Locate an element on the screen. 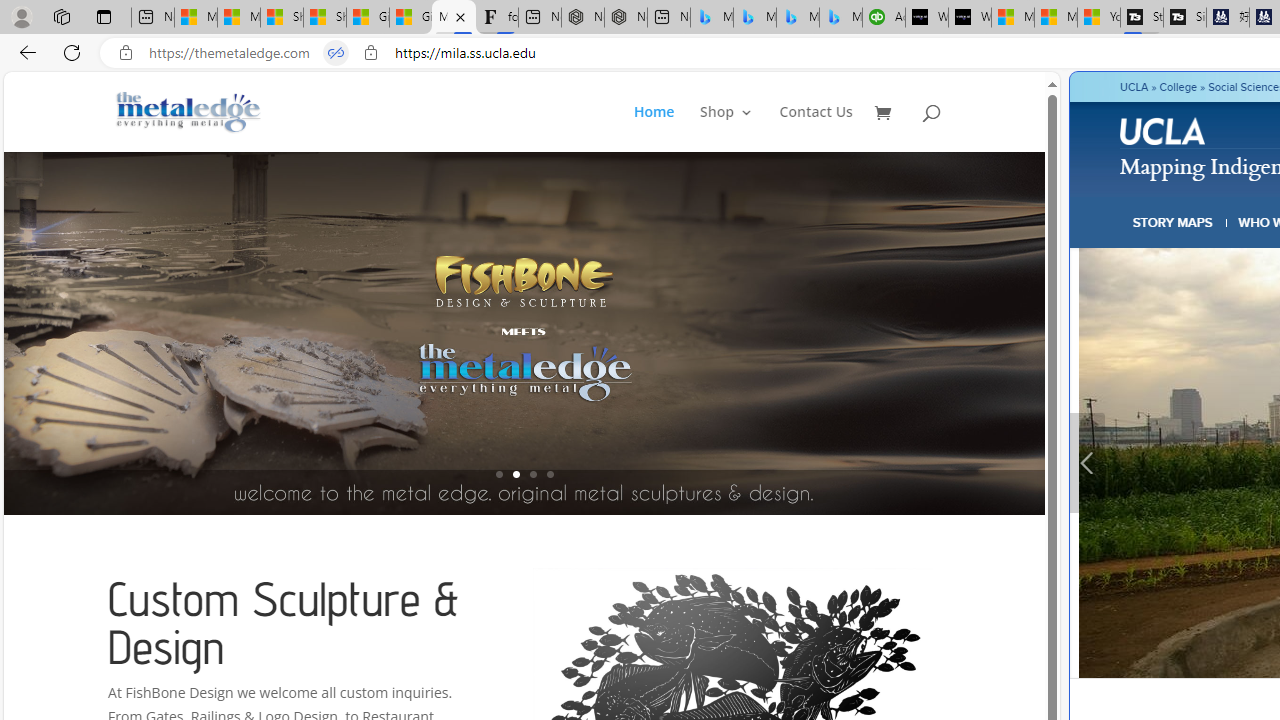 The image size is (1280, 720). 'Microsoft Bing Travel - Shangri-La Hotel Bangkok' is located at coordinates (840, 17).